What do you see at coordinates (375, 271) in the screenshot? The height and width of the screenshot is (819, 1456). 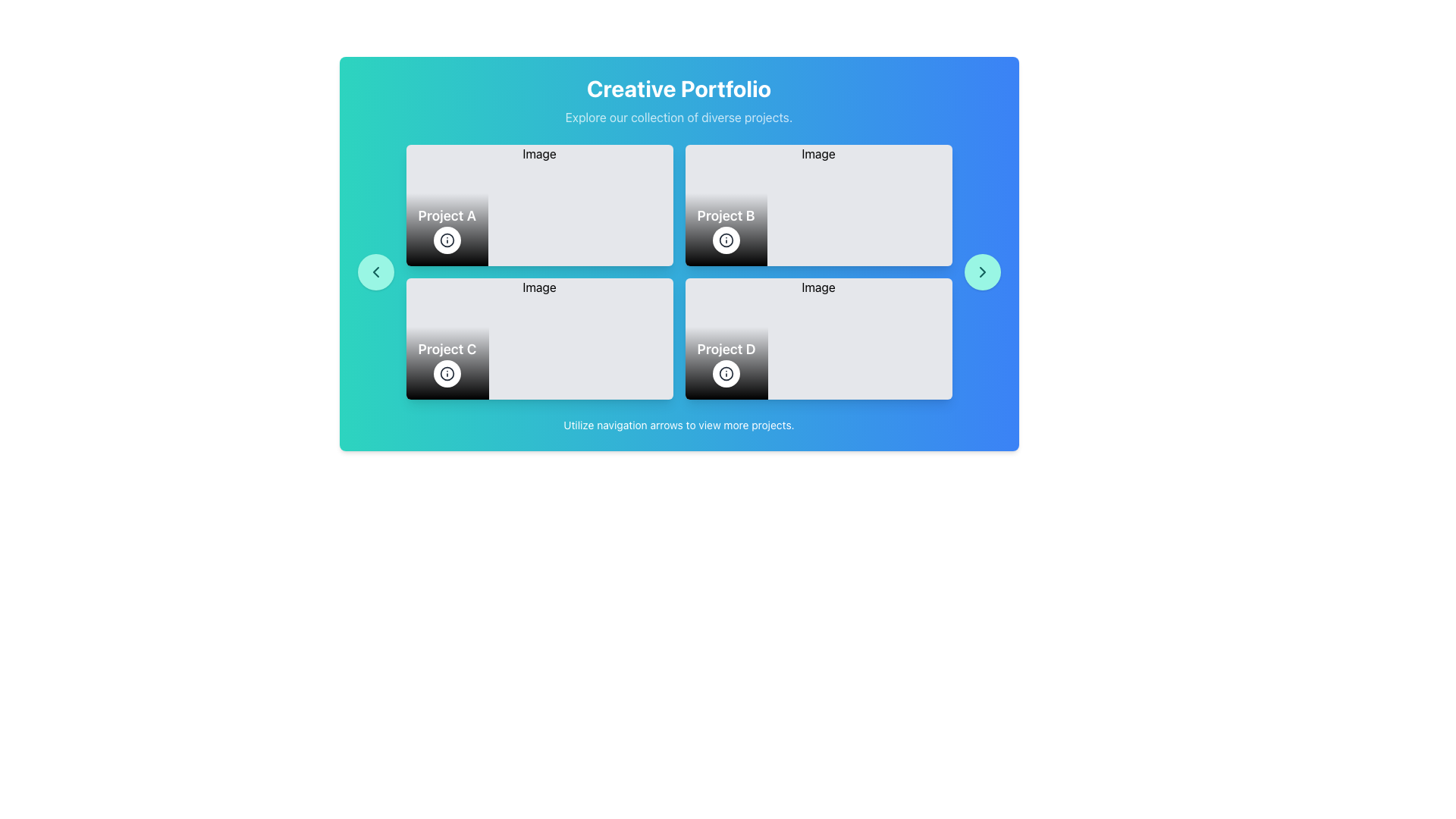 I see `the left arrow icon, which is centered within a circular button with a teal background` at bounding box center [375, 271].